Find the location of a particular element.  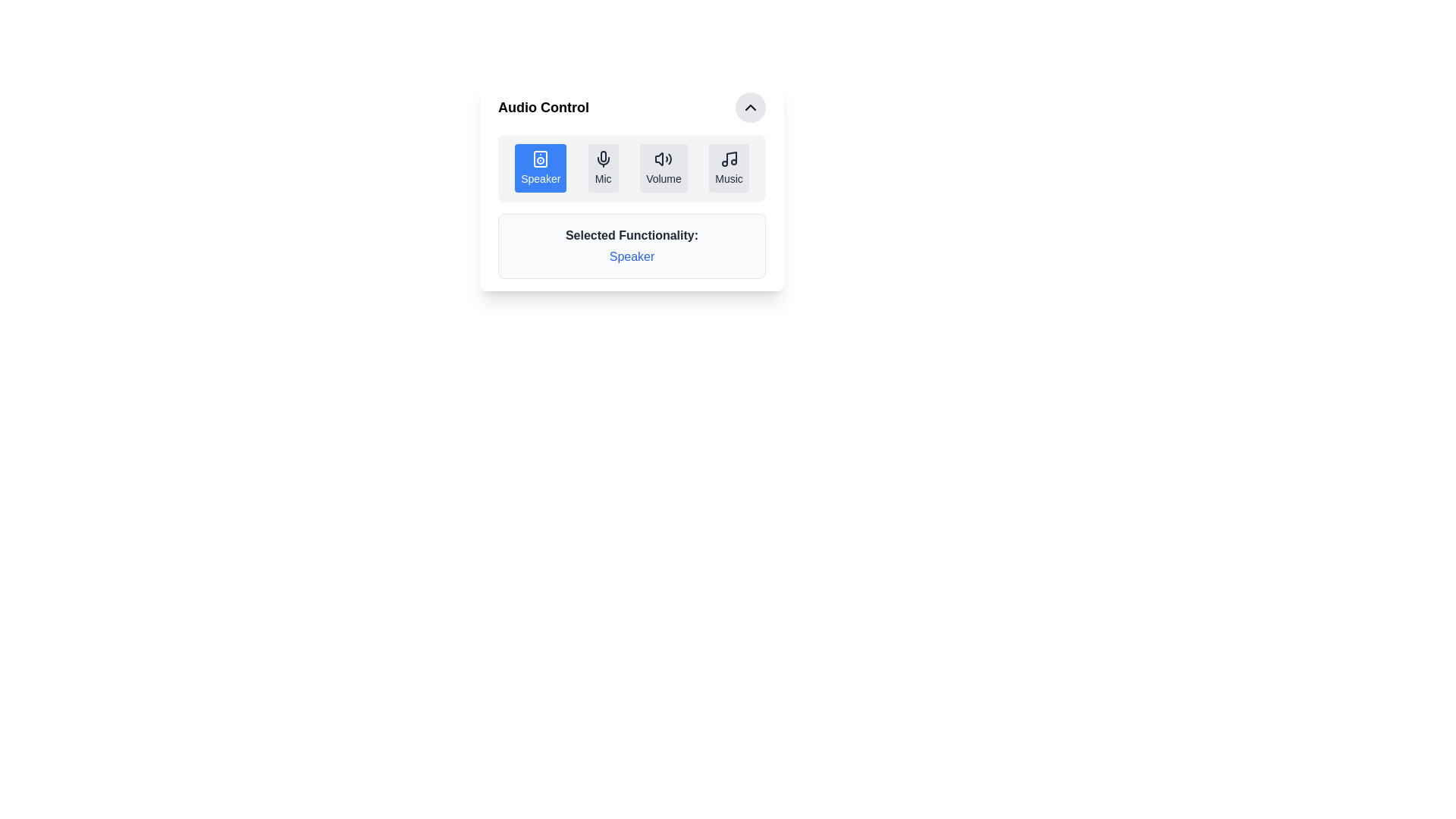

the 'Music' button which contains a musical note icon, located on the rightmost side of the 'Audio Control' section is located at coordinates (729, 158).